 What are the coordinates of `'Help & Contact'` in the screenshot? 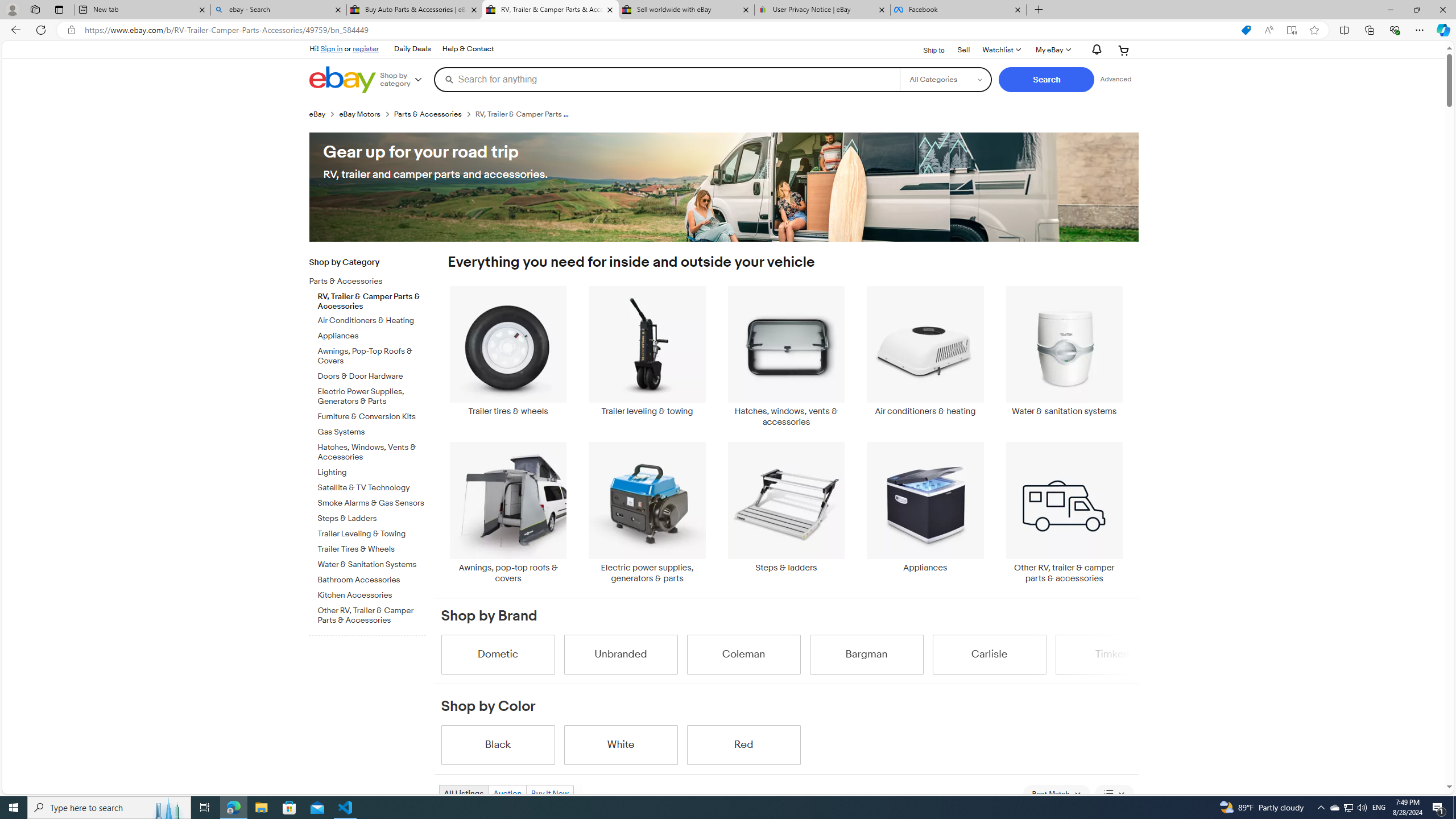 It's located at (466, 48).